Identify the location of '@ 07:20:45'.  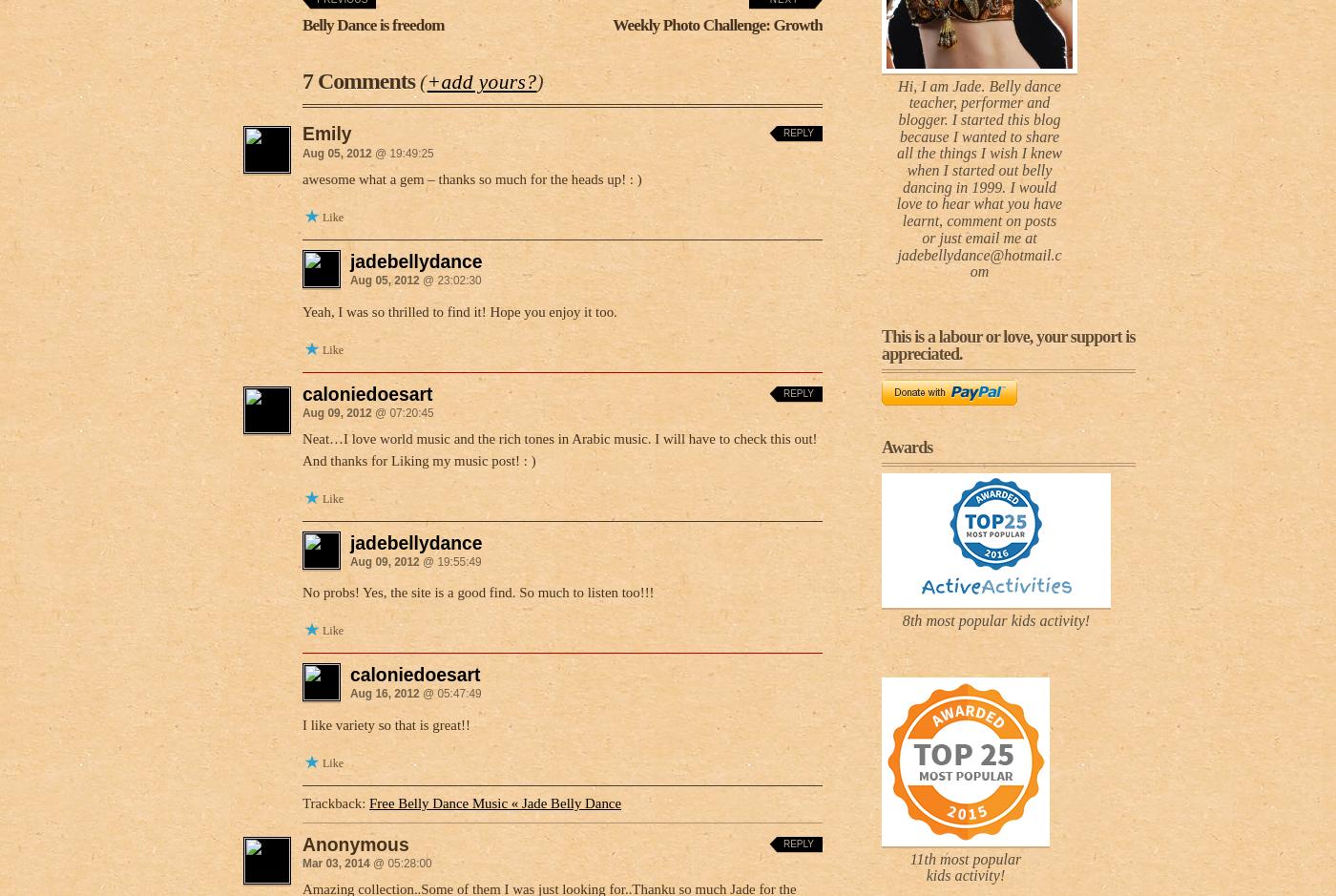
(402, 411).